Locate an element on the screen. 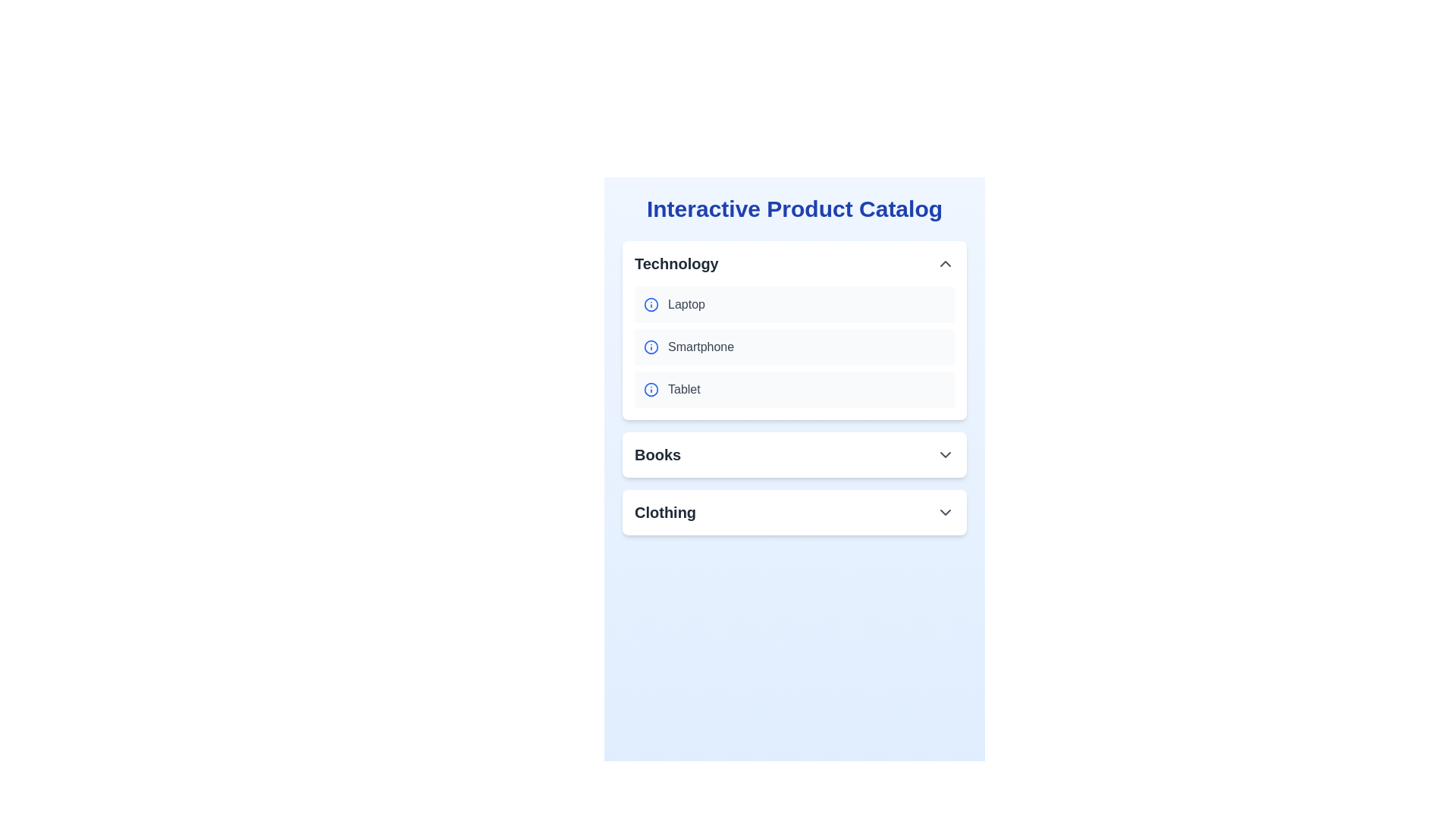  the toggle icon button located on the far-right side of the 'Technology' section header is located at coordinates (945, 262).